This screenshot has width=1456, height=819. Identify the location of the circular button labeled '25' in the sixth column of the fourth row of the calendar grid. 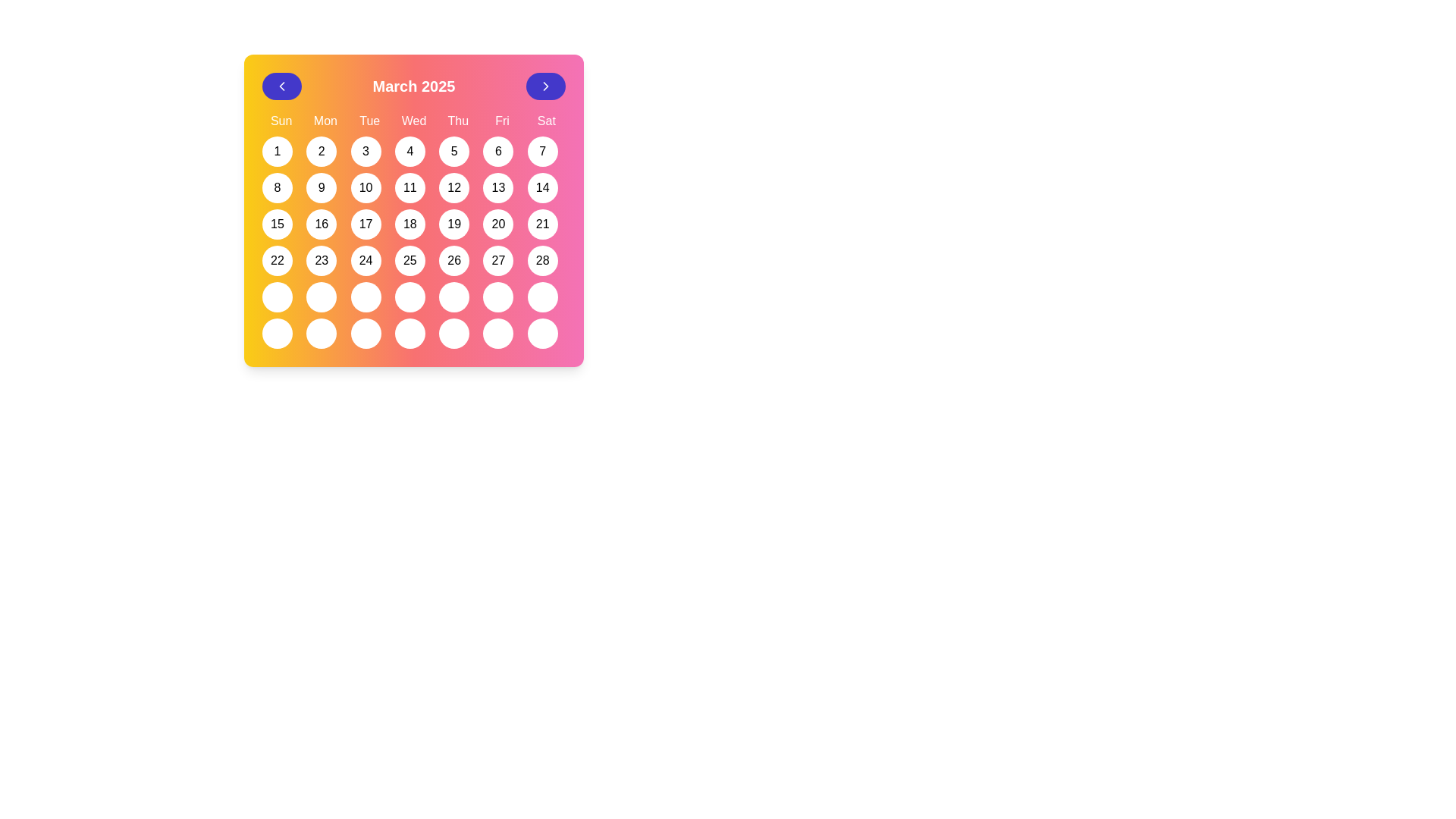
(409, 259).